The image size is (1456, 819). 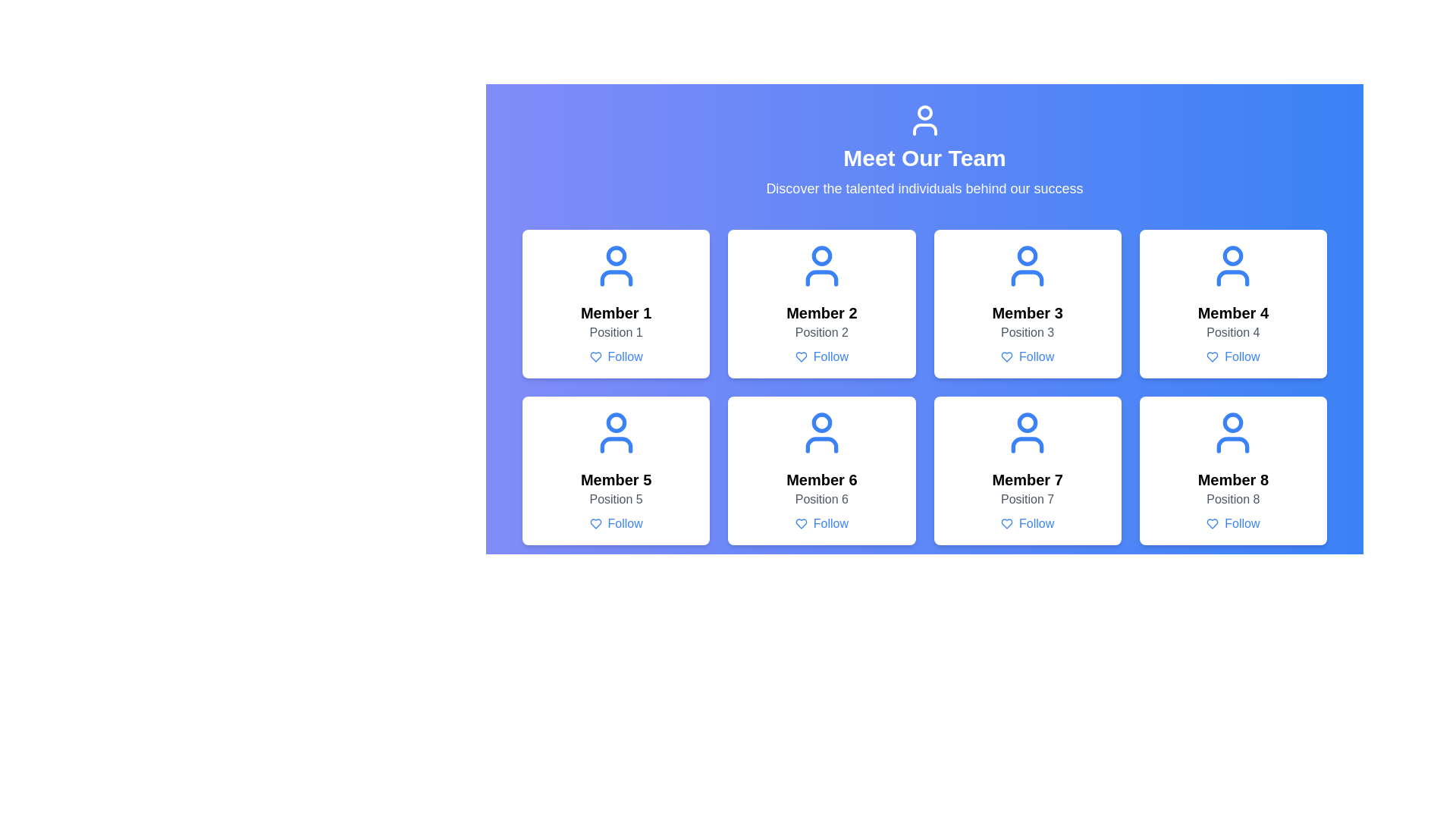 I want to click on the bold text label 'Member 7' located in the seventh card of the grid layout, positioned above 'Position 7', so click(x=1028, y=479).